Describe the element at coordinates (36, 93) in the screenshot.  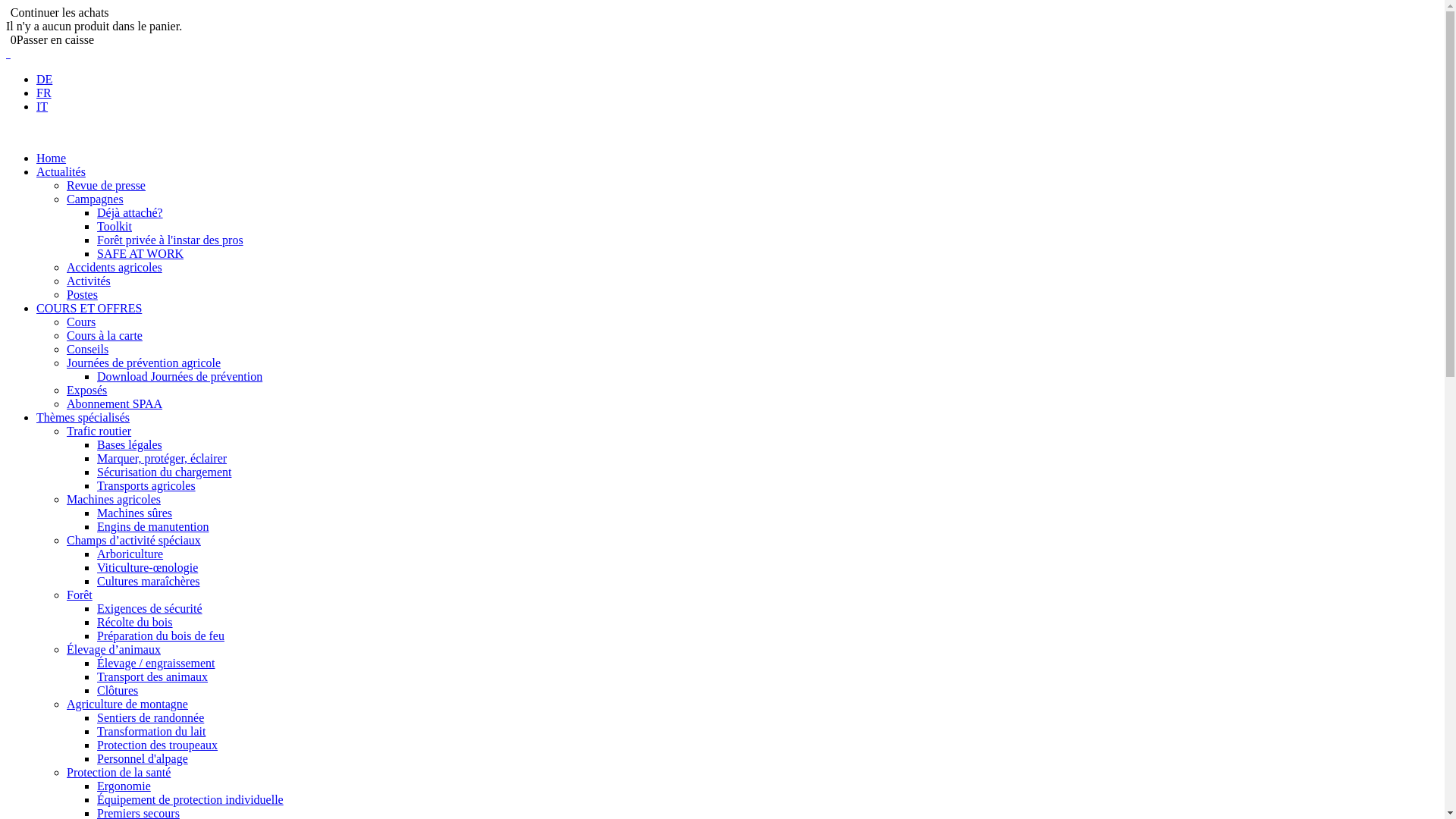
I see `'FR'` at that location.